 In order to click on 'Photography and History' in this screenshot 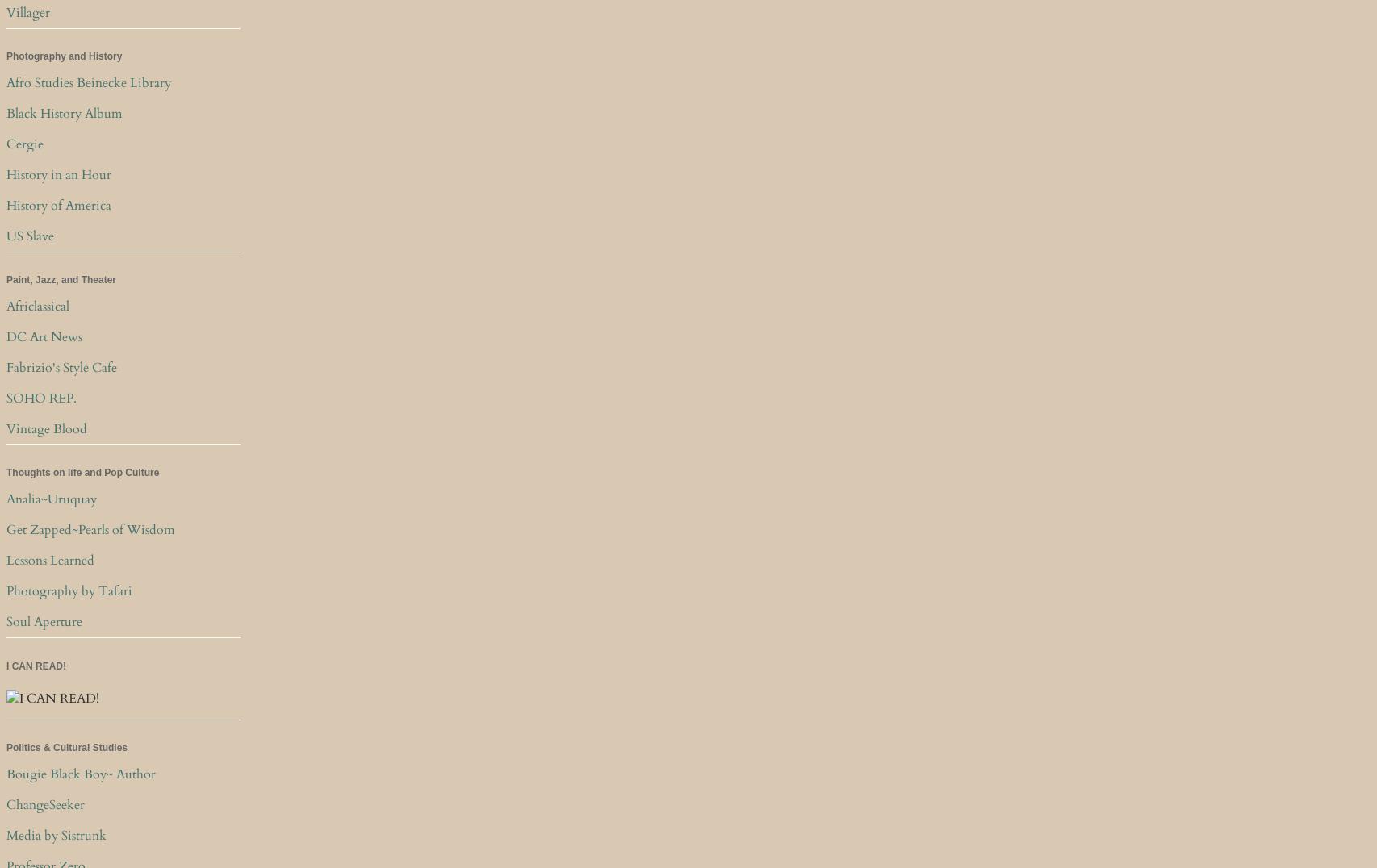, I will do `click(64, 56)`.